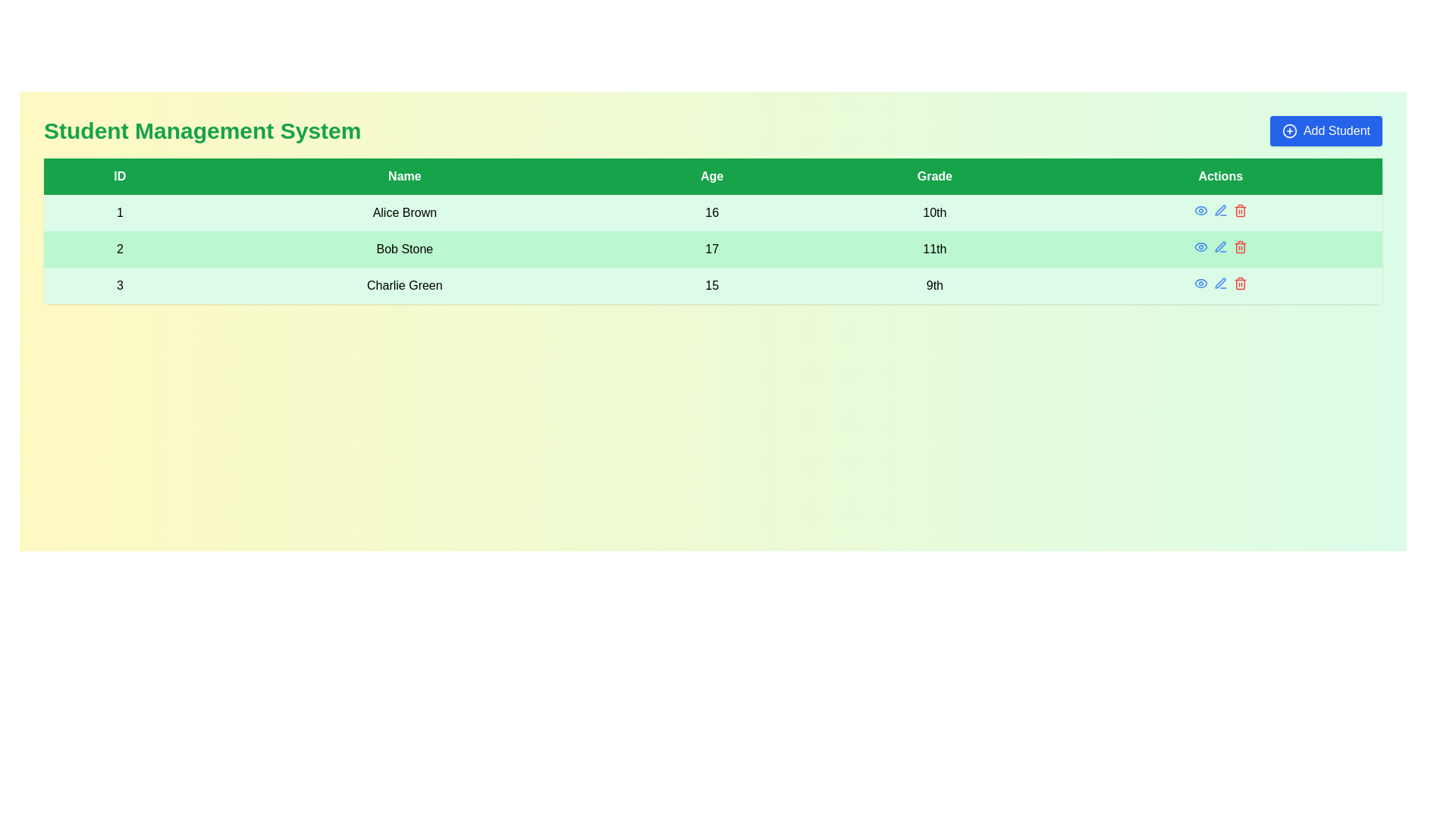 Image resolution: width=1456 pixels, height=819 pixels. I want to click on the icon located in the upper-right corner of the 'Add Student' button, so click(1288, 130).